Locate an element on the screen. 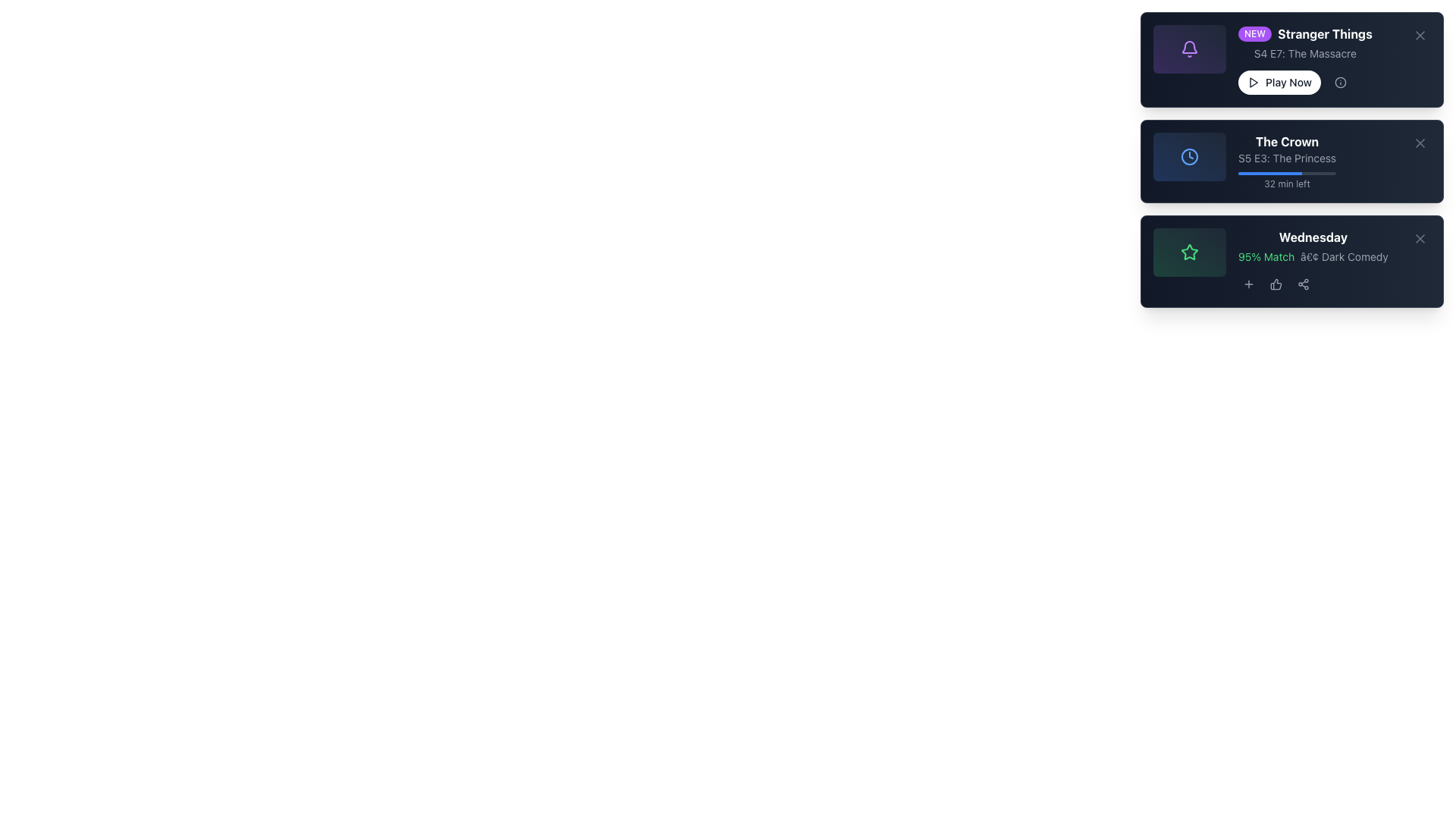 The image size is (1456, 819). the label displaying the text '• Dark Comedy', which is gray and smaller than adjacent text, located to the right of '95% Match' in the third content card for the show 'Wednesday' is located at coordinates (1344, 256).